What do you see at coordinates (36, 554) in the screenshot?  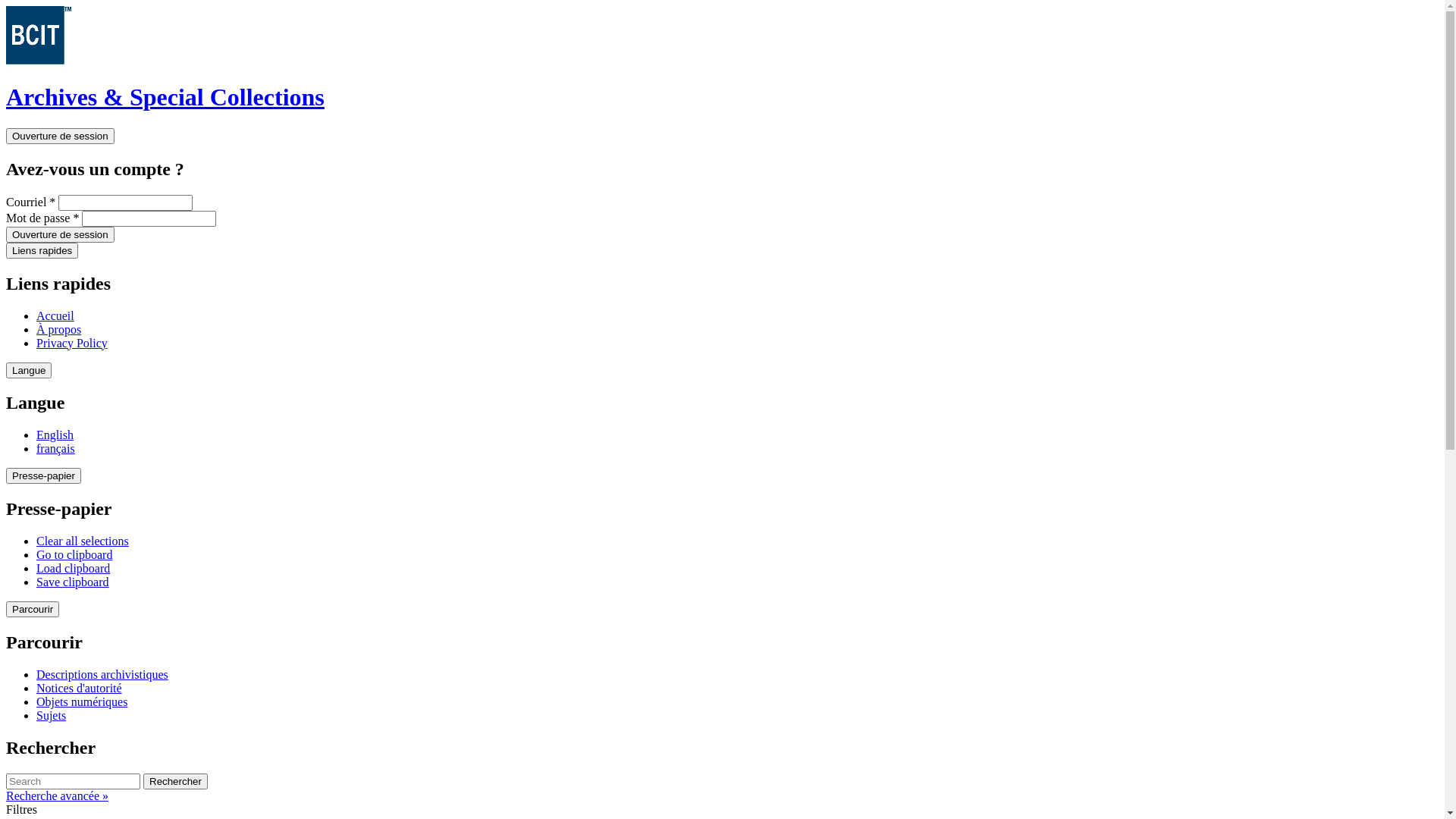 I see `'Go to clipboard'` at bounding box center [36, 554].